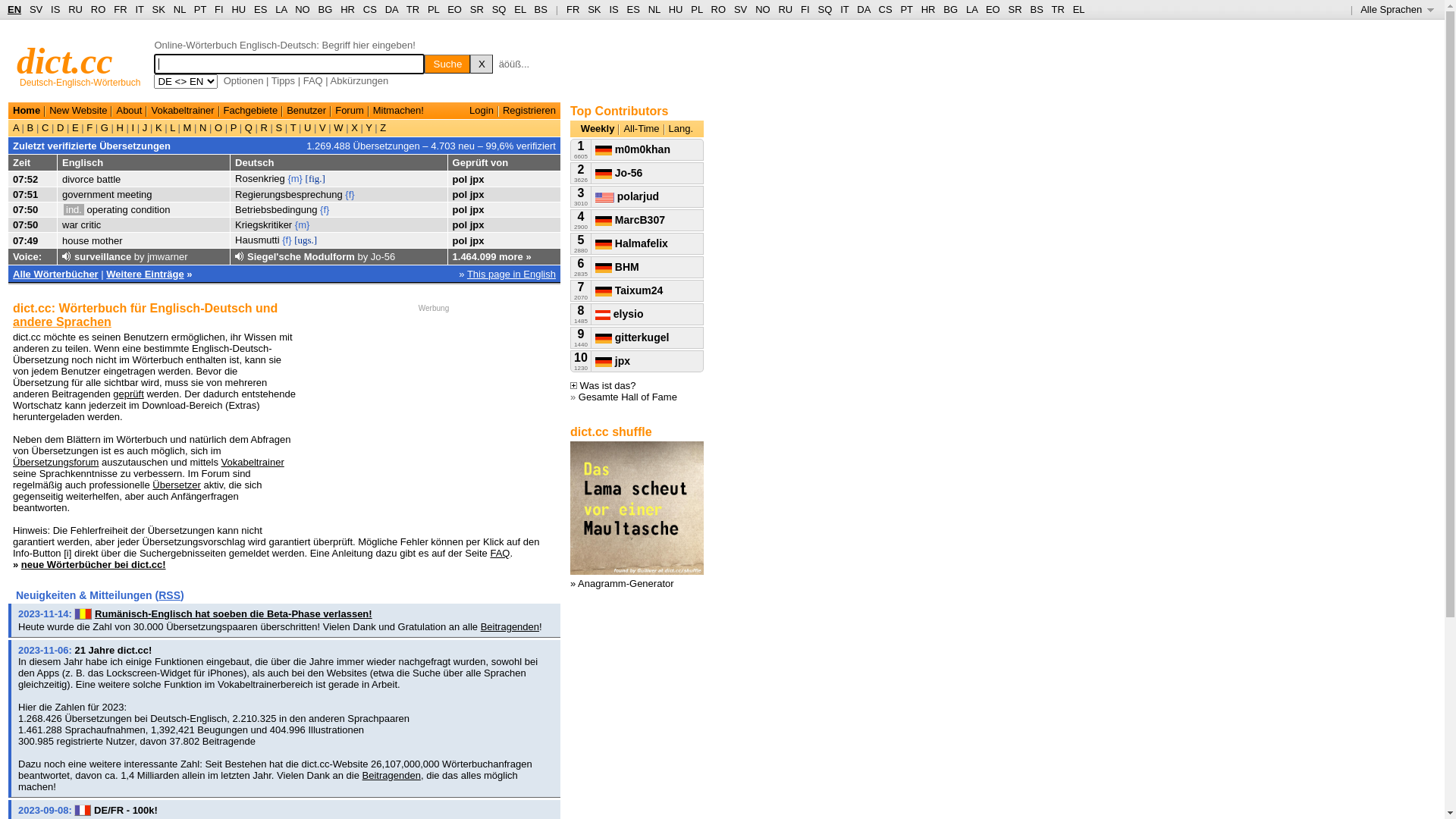 This screenshot has width=1456, height=819. I want to click on 'jpx', so click(476, 240).